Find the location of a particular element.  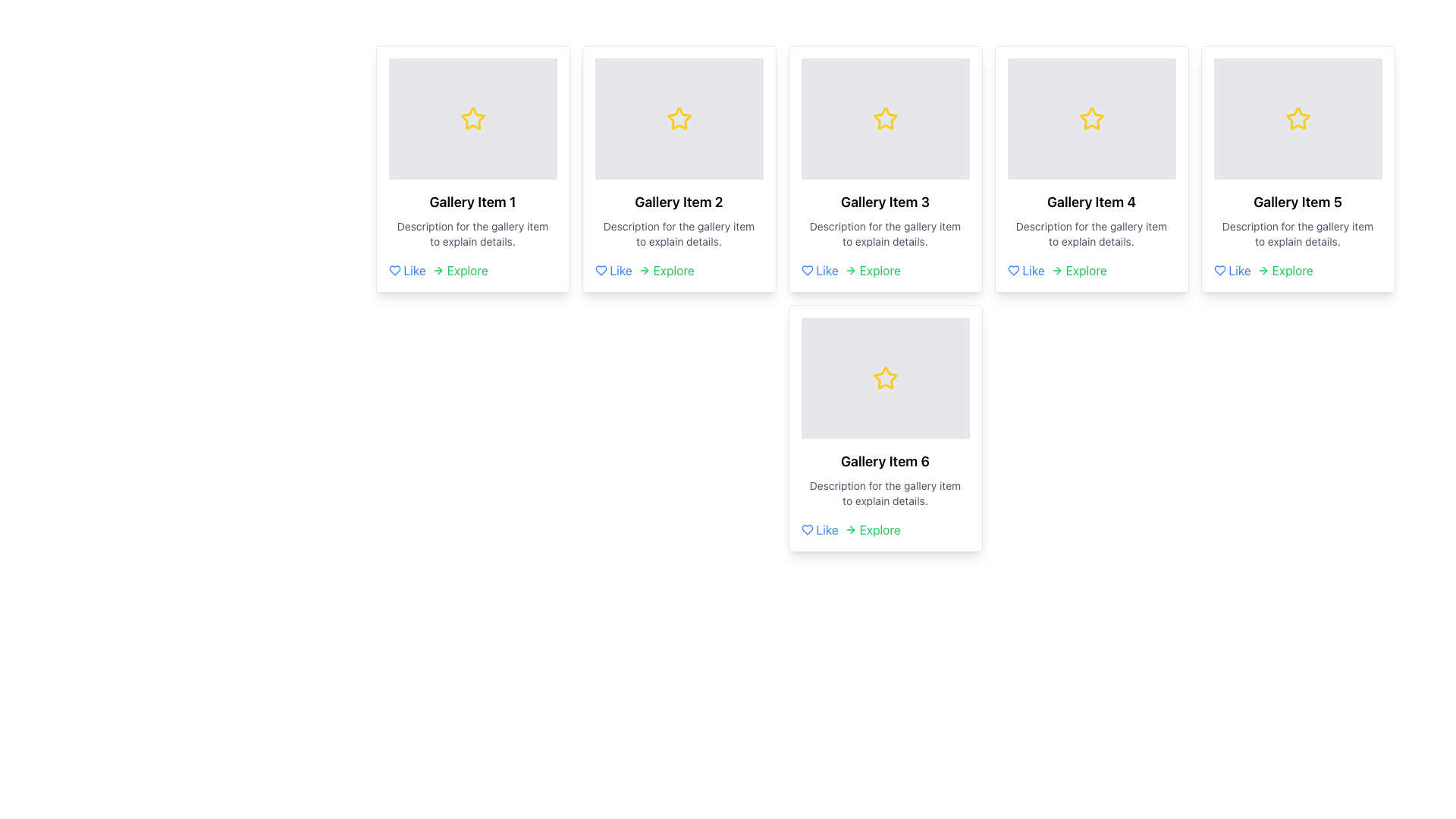

the 'Like' button located in the bottom-left corner of the card labeled 'Gallery Item 4' to like the item is located at coordinates (1026, 270).